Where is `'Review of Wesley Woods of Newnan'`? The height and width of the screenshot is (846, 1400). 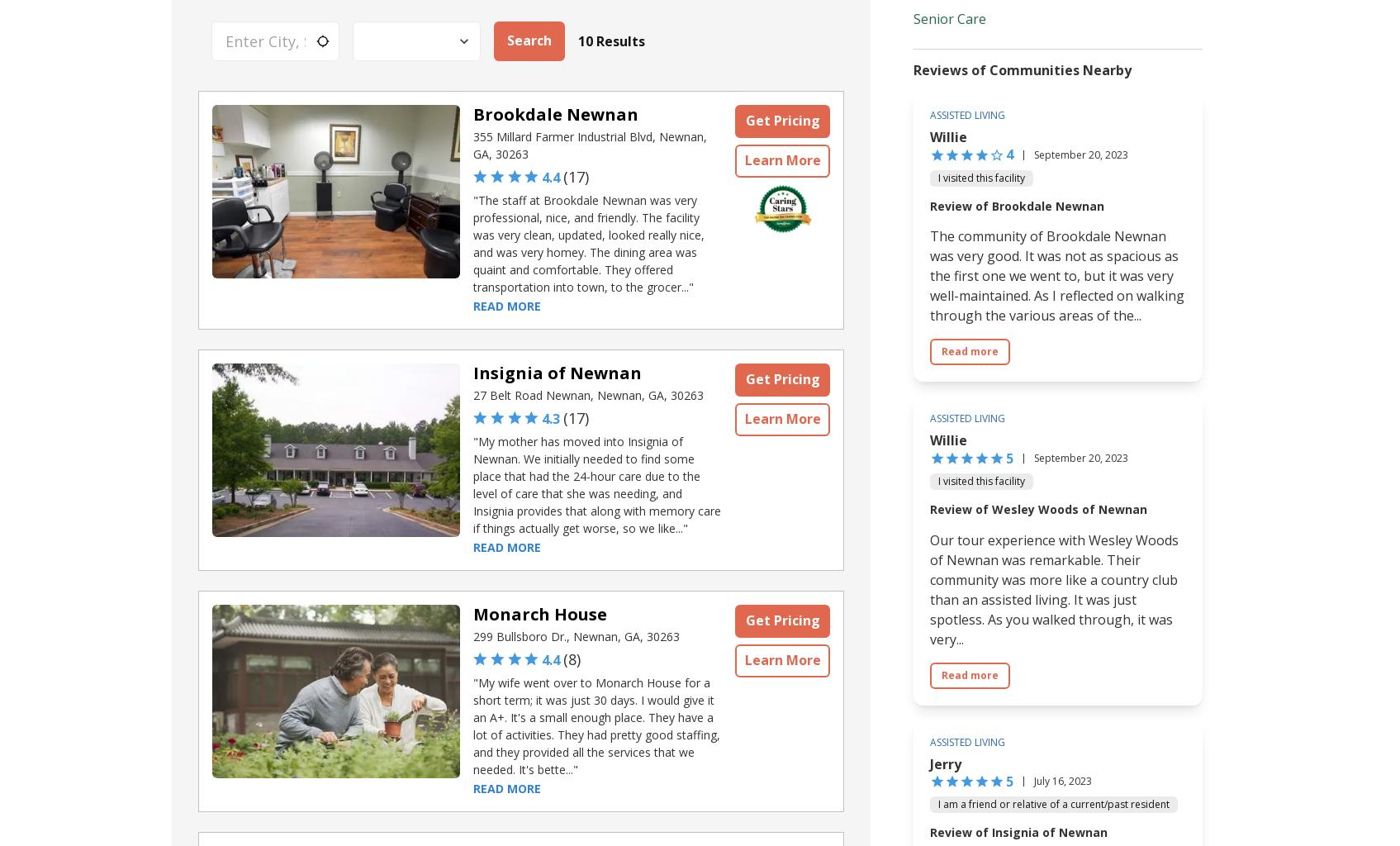
'Review of Wesley Woods of Newnan' is located at coordinates (1037, 508).